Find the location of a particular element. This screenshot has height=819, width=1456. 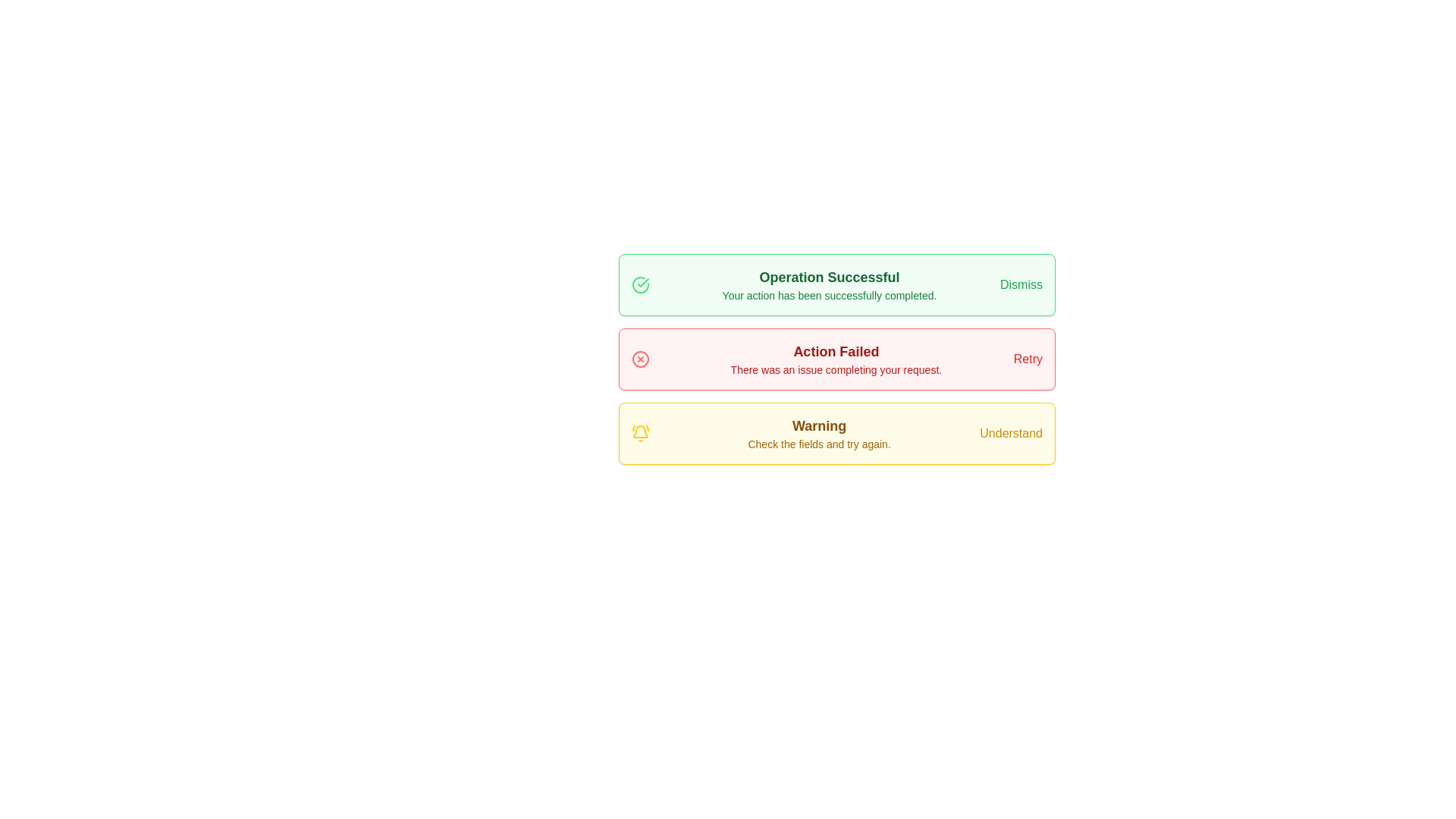

the 'Dismiss' button with green text is located at coordinates (1021, 284).